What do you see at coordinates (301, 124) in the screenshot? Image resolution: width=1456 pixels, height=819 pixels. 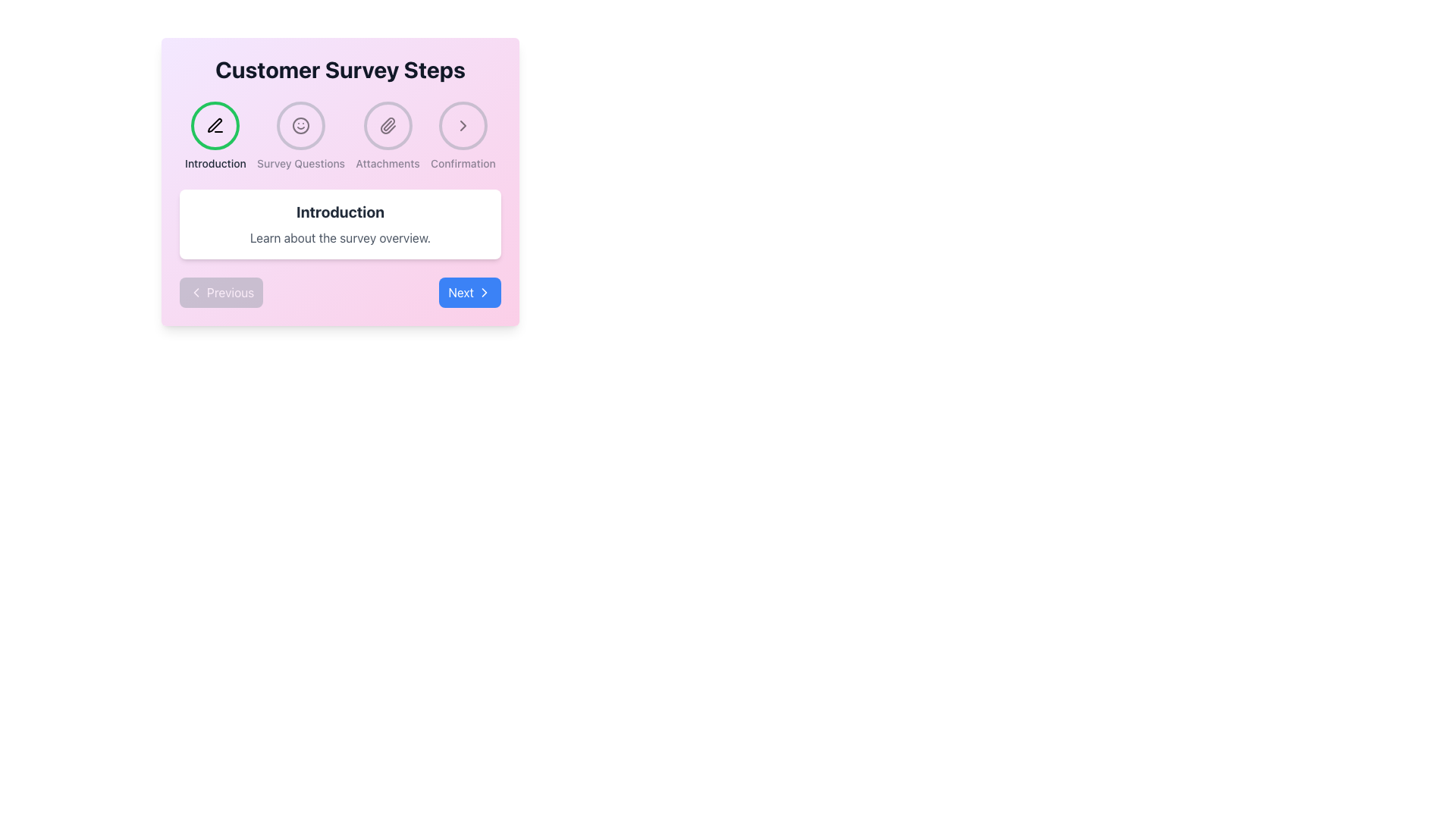 I see `the Circular SVG graphic representing a smiley face icon, which indicates the step 'Survey Questions' in the multi-step process navigation` at bounding box center [301, 124].